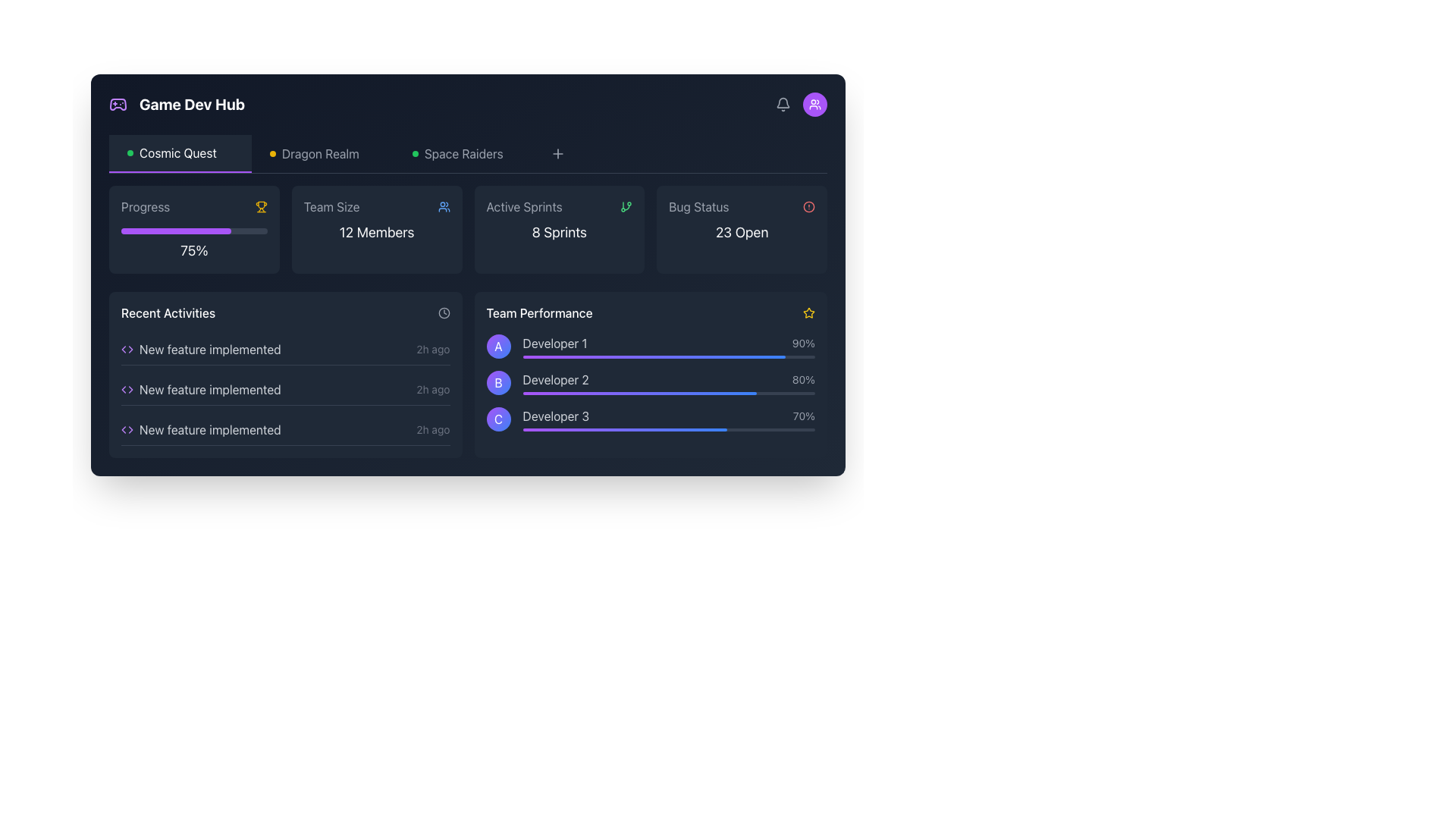 This screenshot has height=819, width=1456. I want to click on the button with a centered '+' icon located to the right of the 'Space Raiders' label in the top navigation bar, so click(557, 154).